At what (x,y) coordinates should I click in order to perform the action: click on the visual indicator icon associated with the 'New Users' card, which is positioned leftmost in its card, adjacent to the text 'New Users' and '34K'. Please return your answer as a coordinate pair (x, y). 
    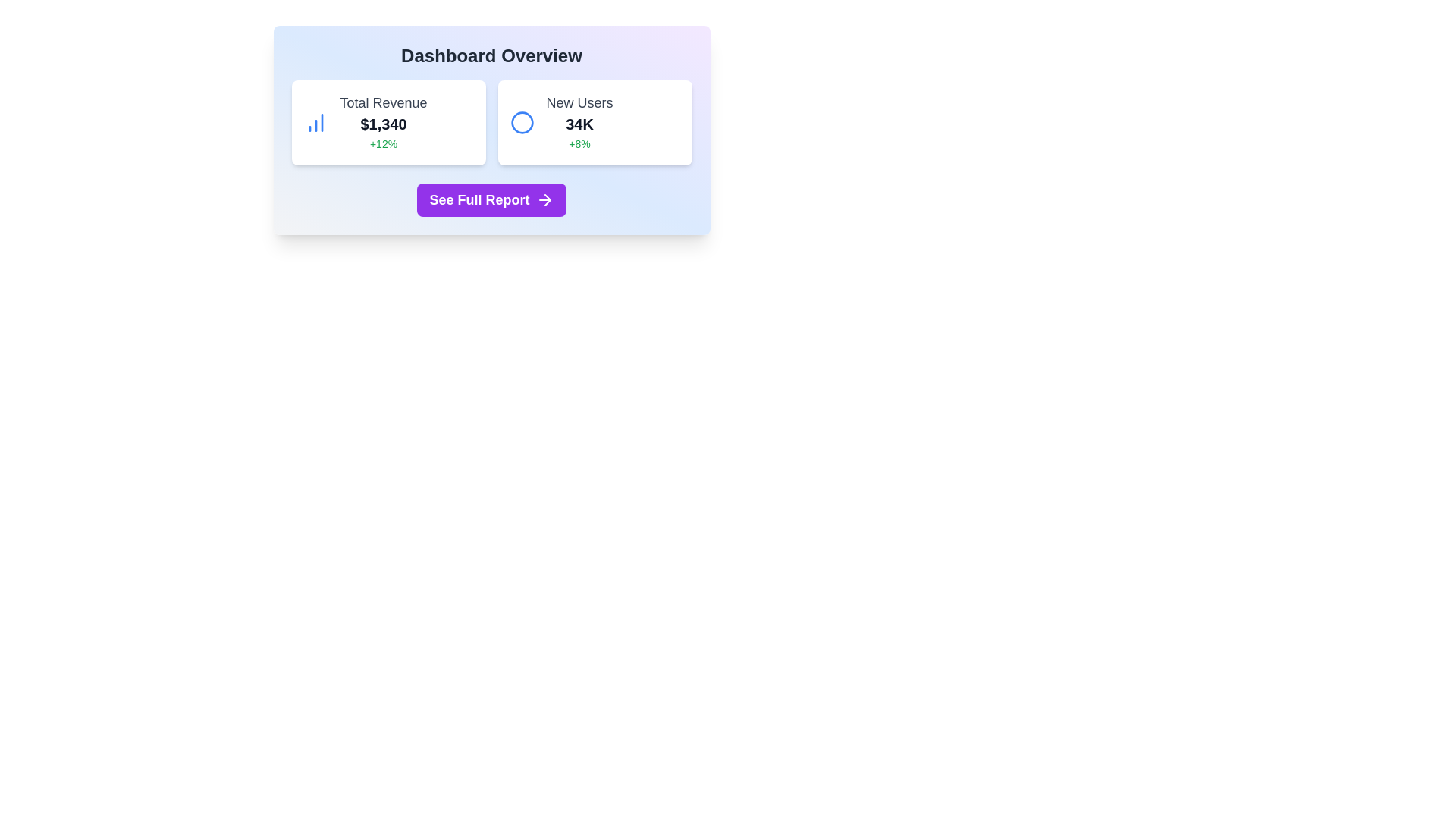
    Looking at the image, I should click on (522, 122).